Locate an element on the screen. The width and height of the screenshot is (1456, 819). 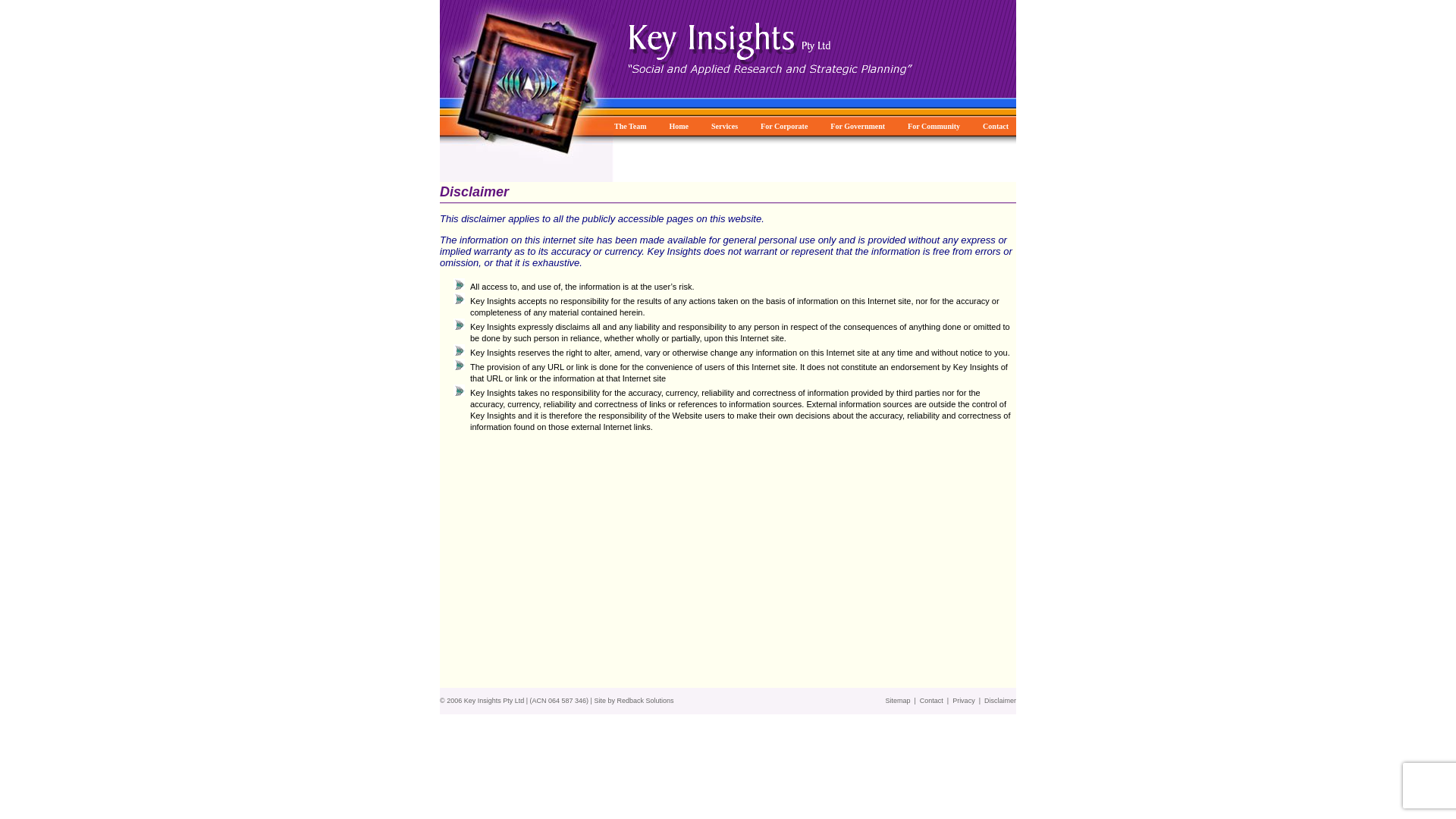
'For Corporate' is located at coordinates (783, 124).